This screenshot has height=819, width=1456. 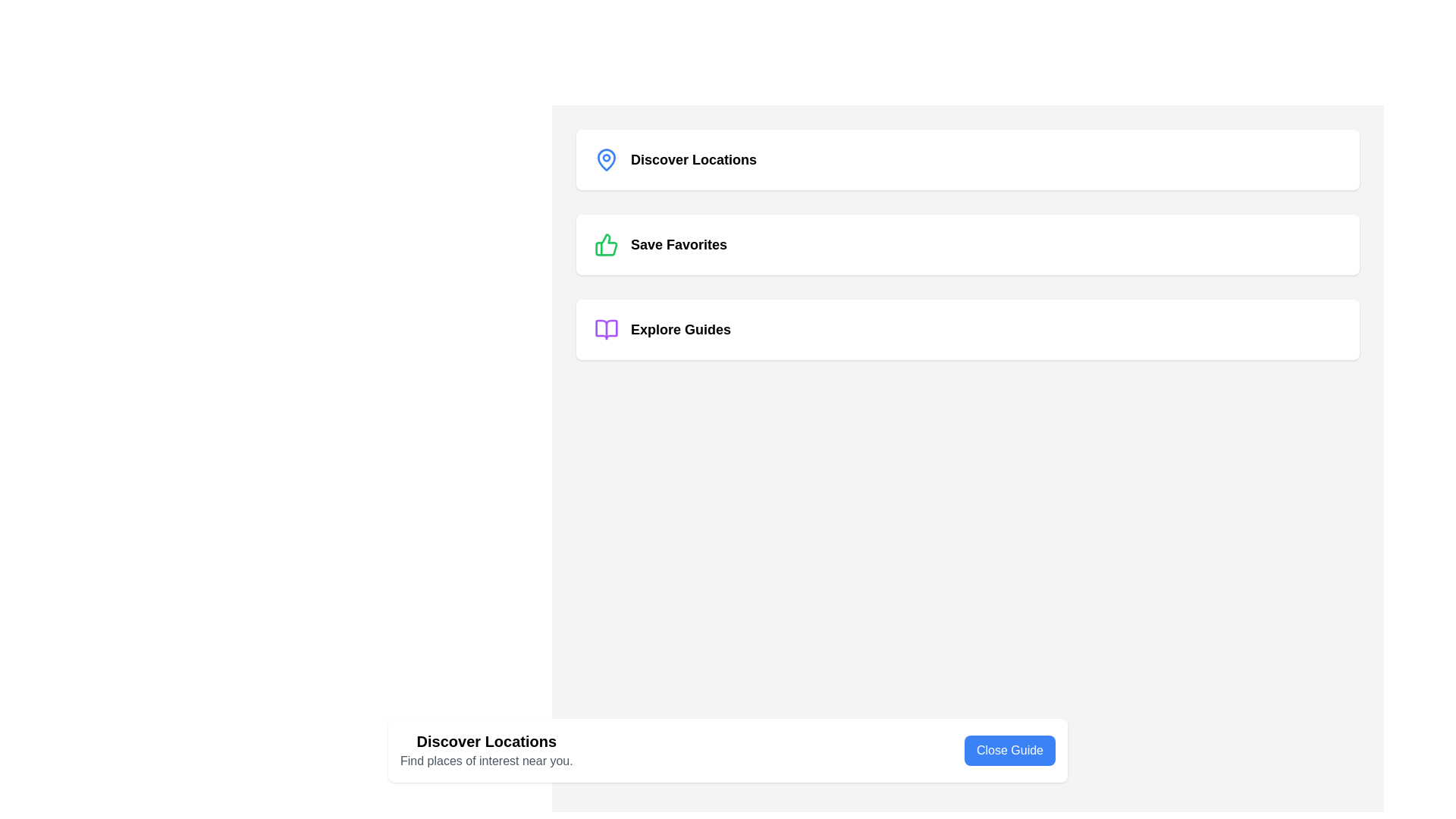 What do you see at coordinates (607, 244) in the screenshot?
I see `the 'thumbs-up' vector icon, which is styled in vivid green color and located to the left of the 'Save Favorites' text` at bounding box center [607, 244].